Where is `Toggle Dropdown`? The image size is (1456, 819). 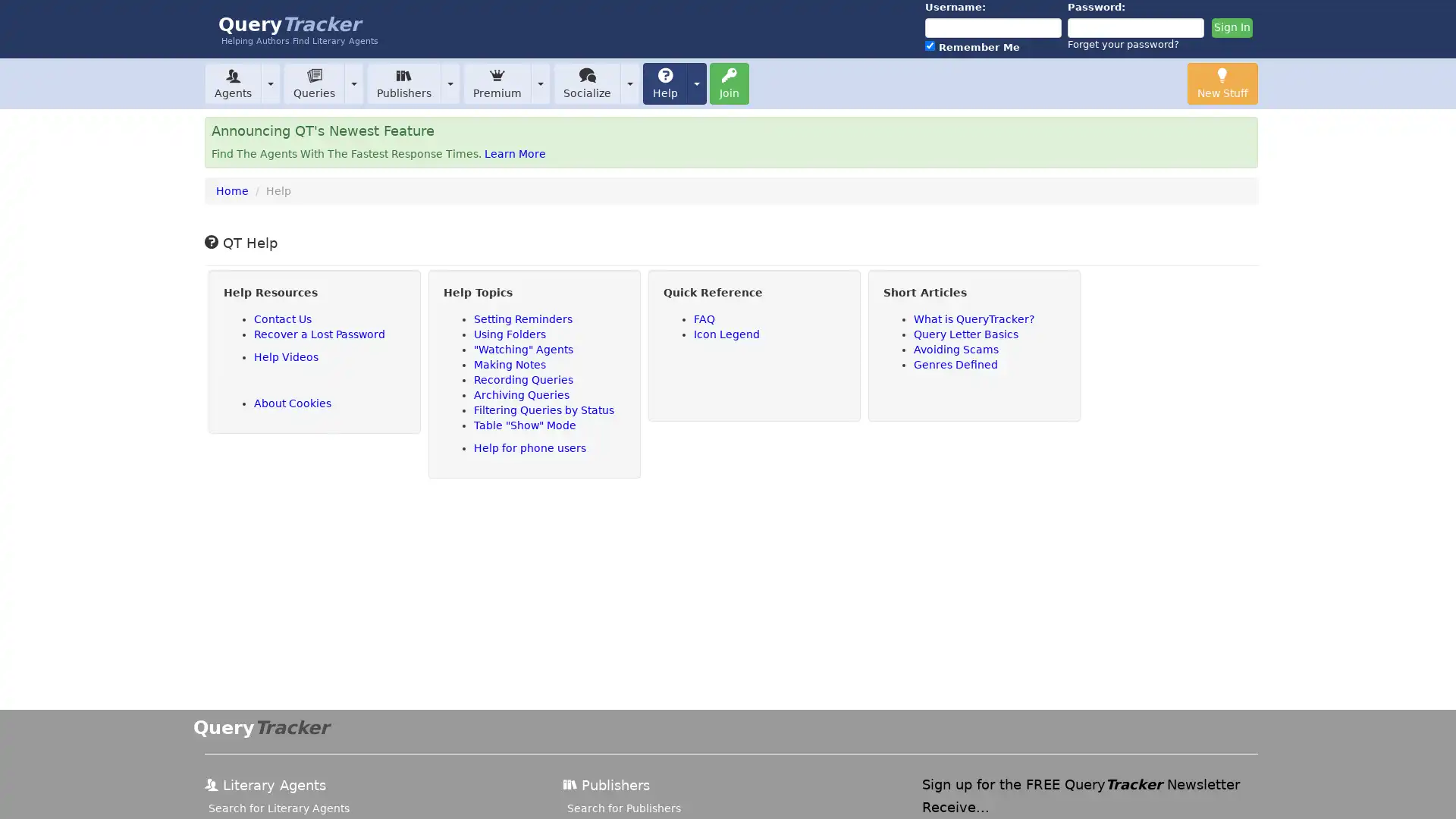
Toggle Dropdown is located at coordinates (450, 83).